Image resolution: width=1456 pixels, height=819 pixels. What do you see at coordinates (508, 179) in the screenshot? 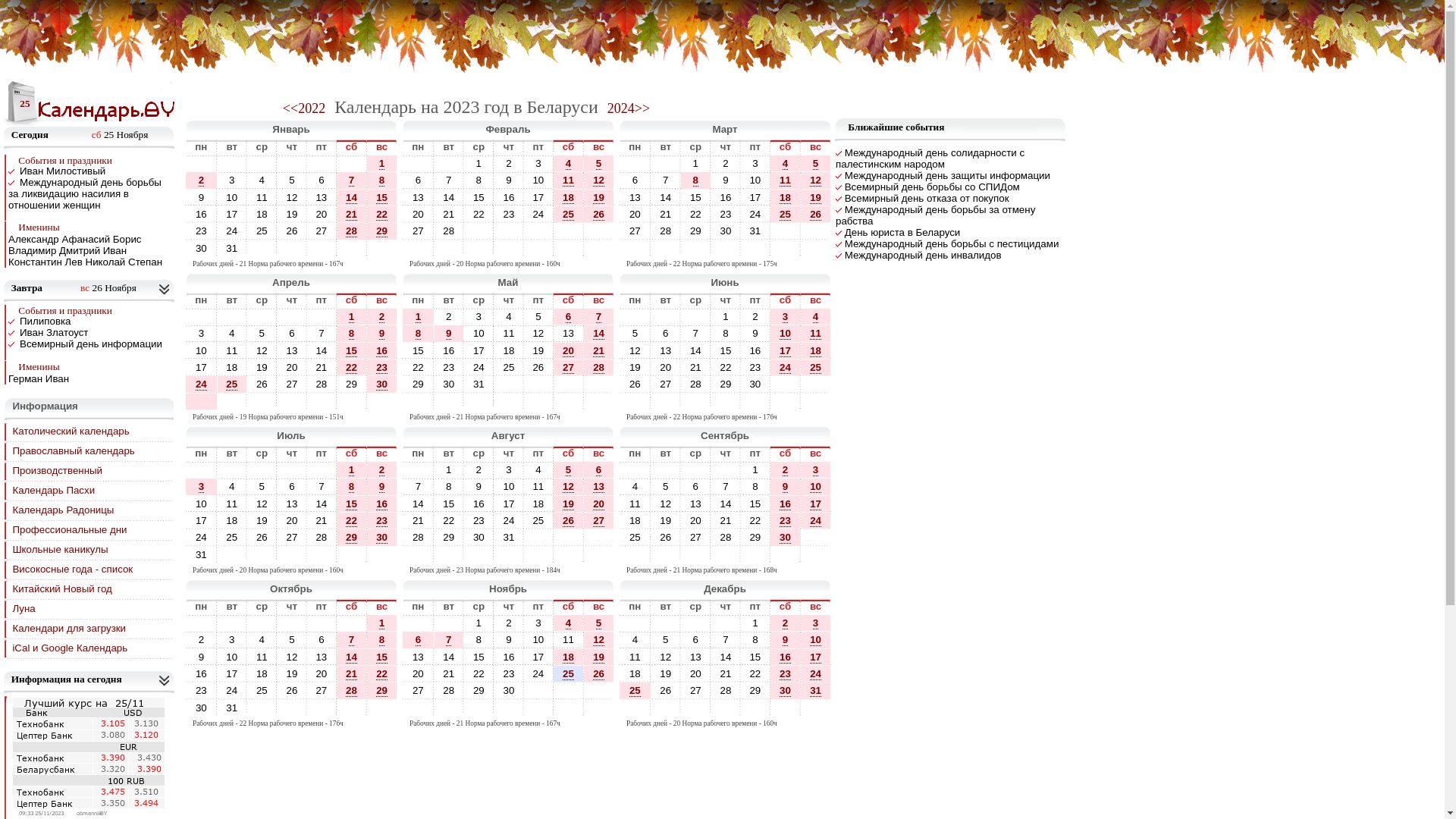
I see `'9'` at bounding box center [508, 179].